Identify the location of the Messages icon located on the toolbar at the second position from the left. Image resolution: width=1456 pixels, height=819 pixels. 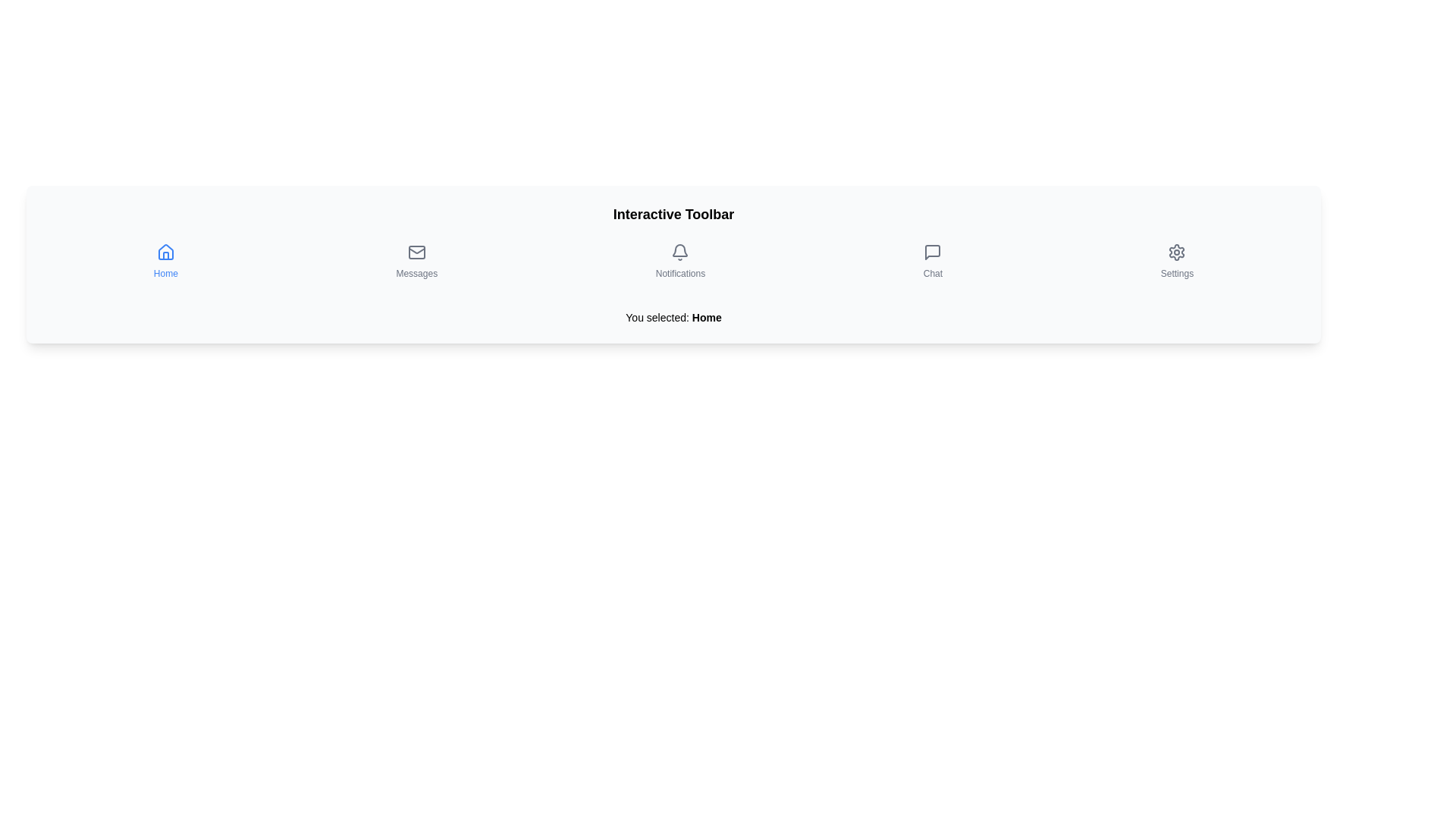
(416, 251).